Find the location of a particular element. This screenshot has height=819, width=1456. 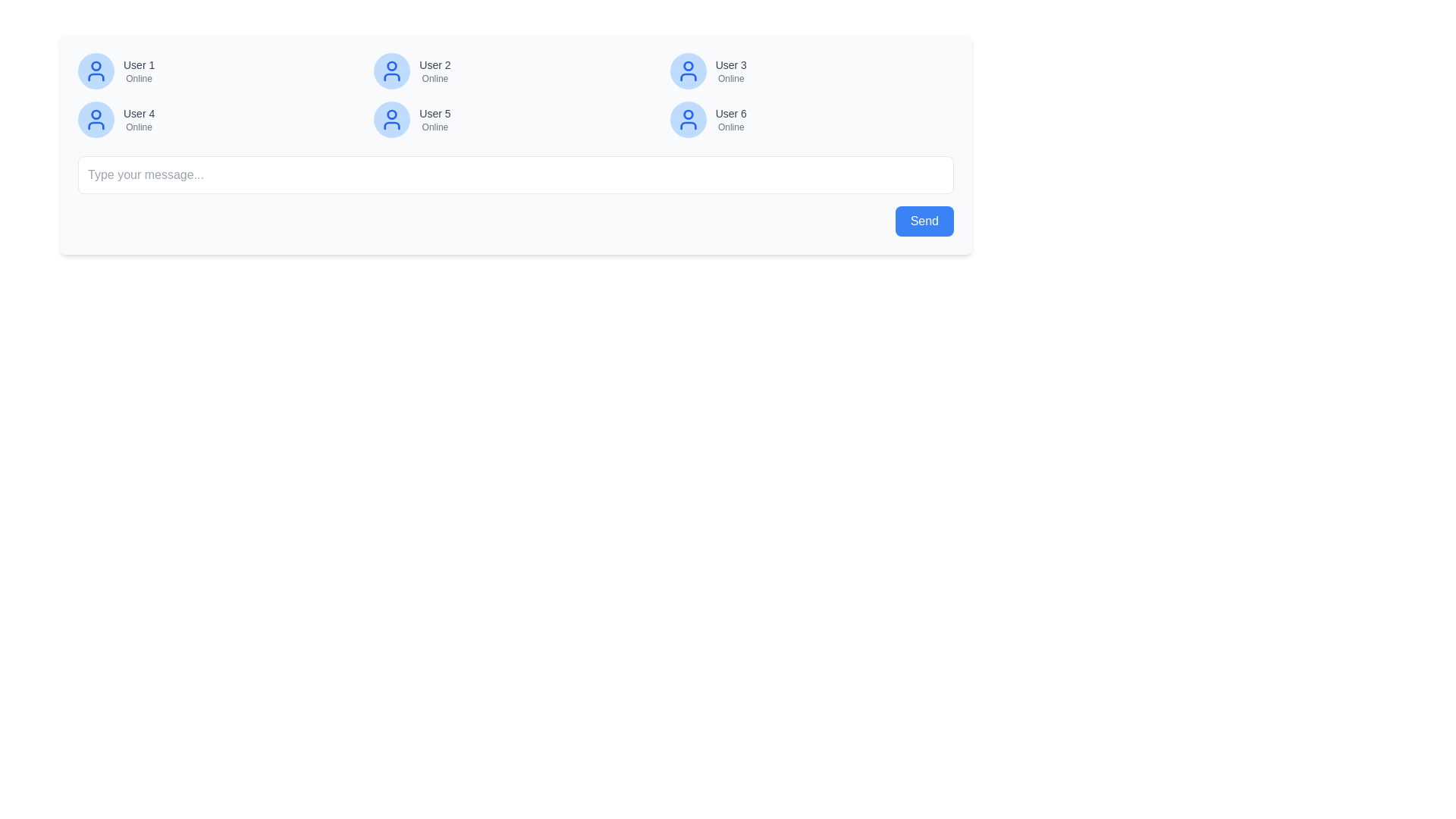

the text element displaying the username 'User 2', which is part of a user information card in the upper row of the interface is located at coordinates (434, 64).